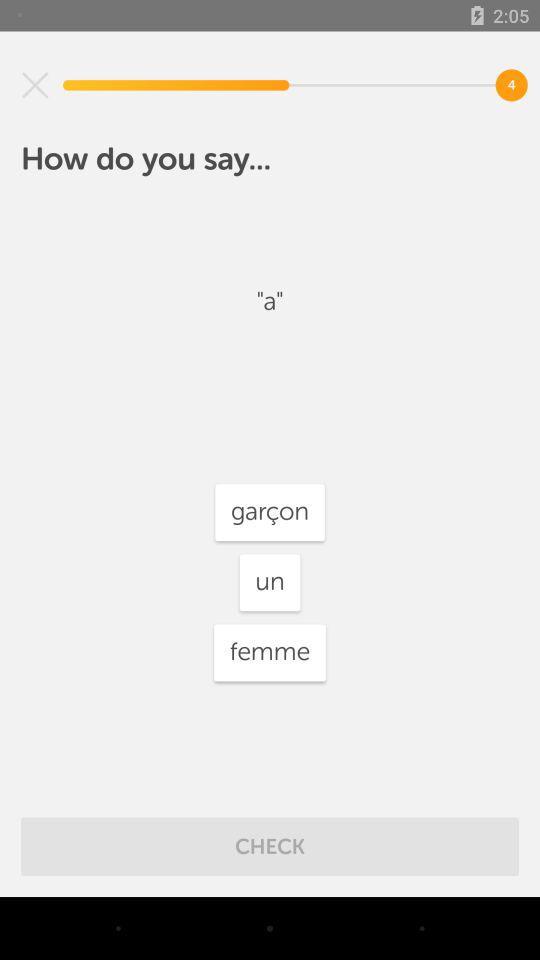 The height and width of the screenshot is (960, 540). What do you see at coordinates (270, 845) in the screenshot?
I see `check icon` at bounding box center [270, 845].